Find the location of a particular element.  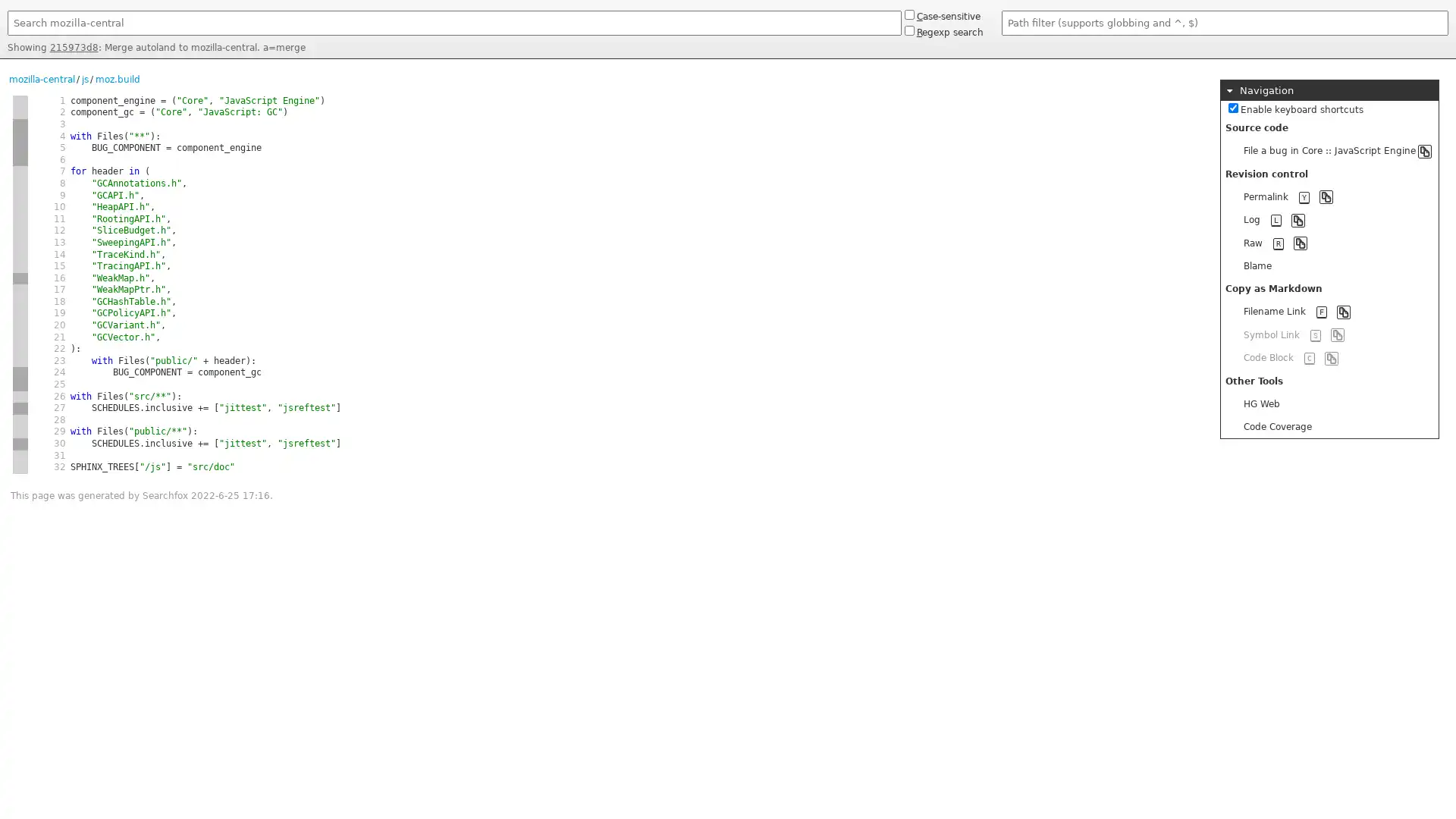

same hash 1 is located at coordinates (20, 253).